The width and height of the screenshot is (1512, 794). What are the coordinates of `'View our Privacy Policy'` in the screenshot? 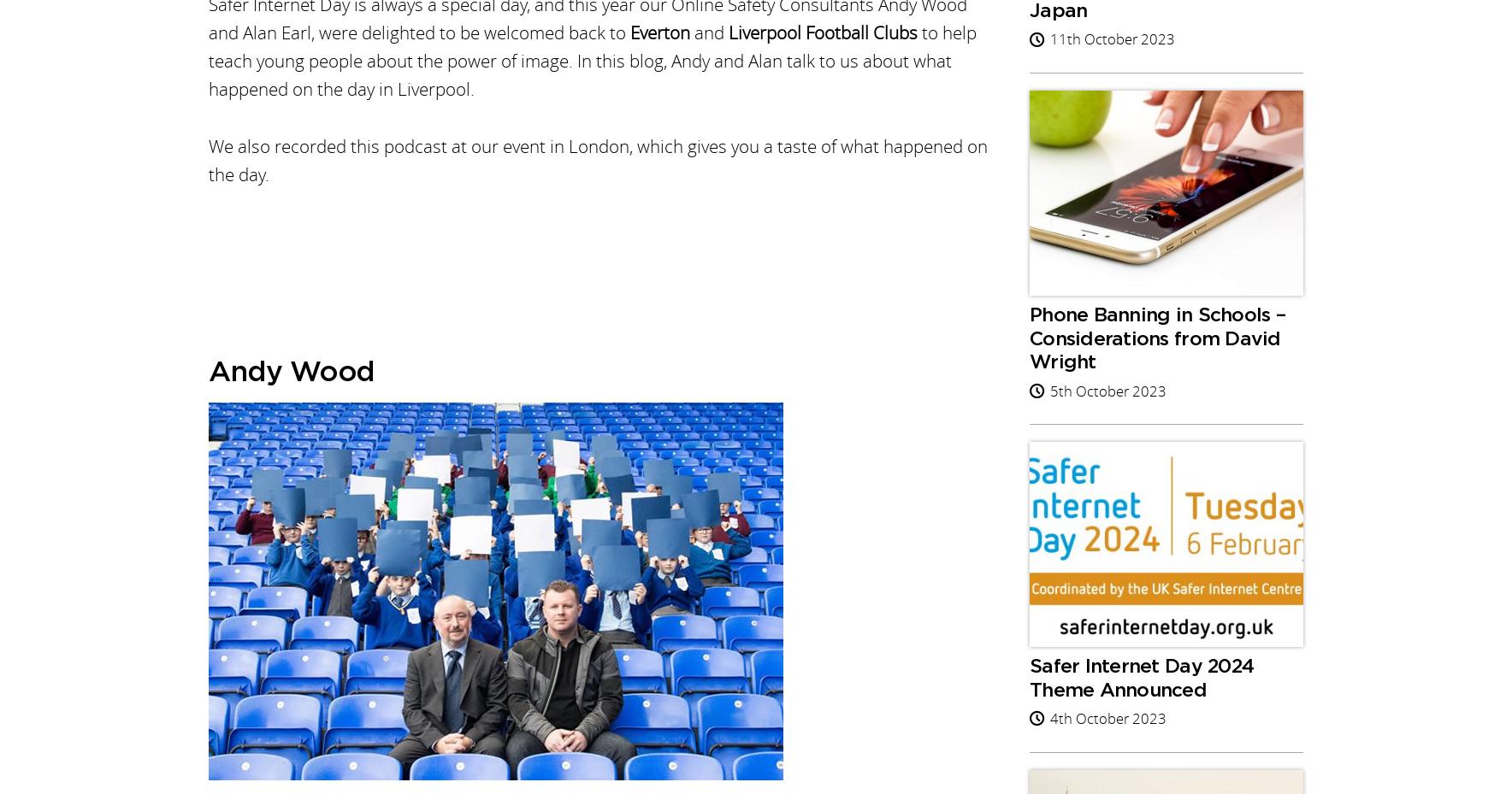 It's located at (750, 55).